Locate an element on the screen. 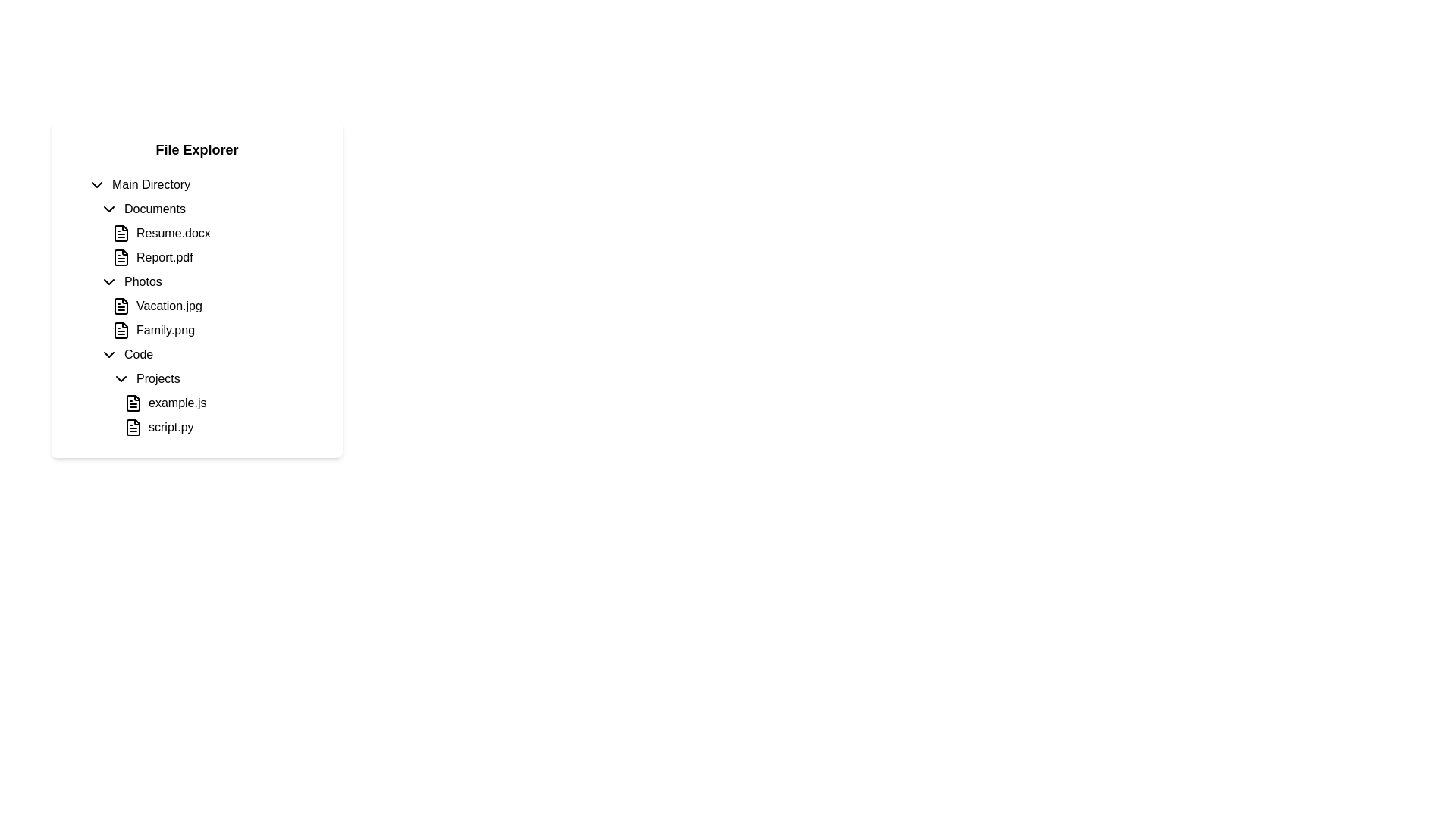 The image size is (1456, 819). the document icon that is positioned to the left of the text 'Report.pdf' in the 'Documents' subsection of the 'Main Directory' in the File Explorer is located at coordinates (120, 256).